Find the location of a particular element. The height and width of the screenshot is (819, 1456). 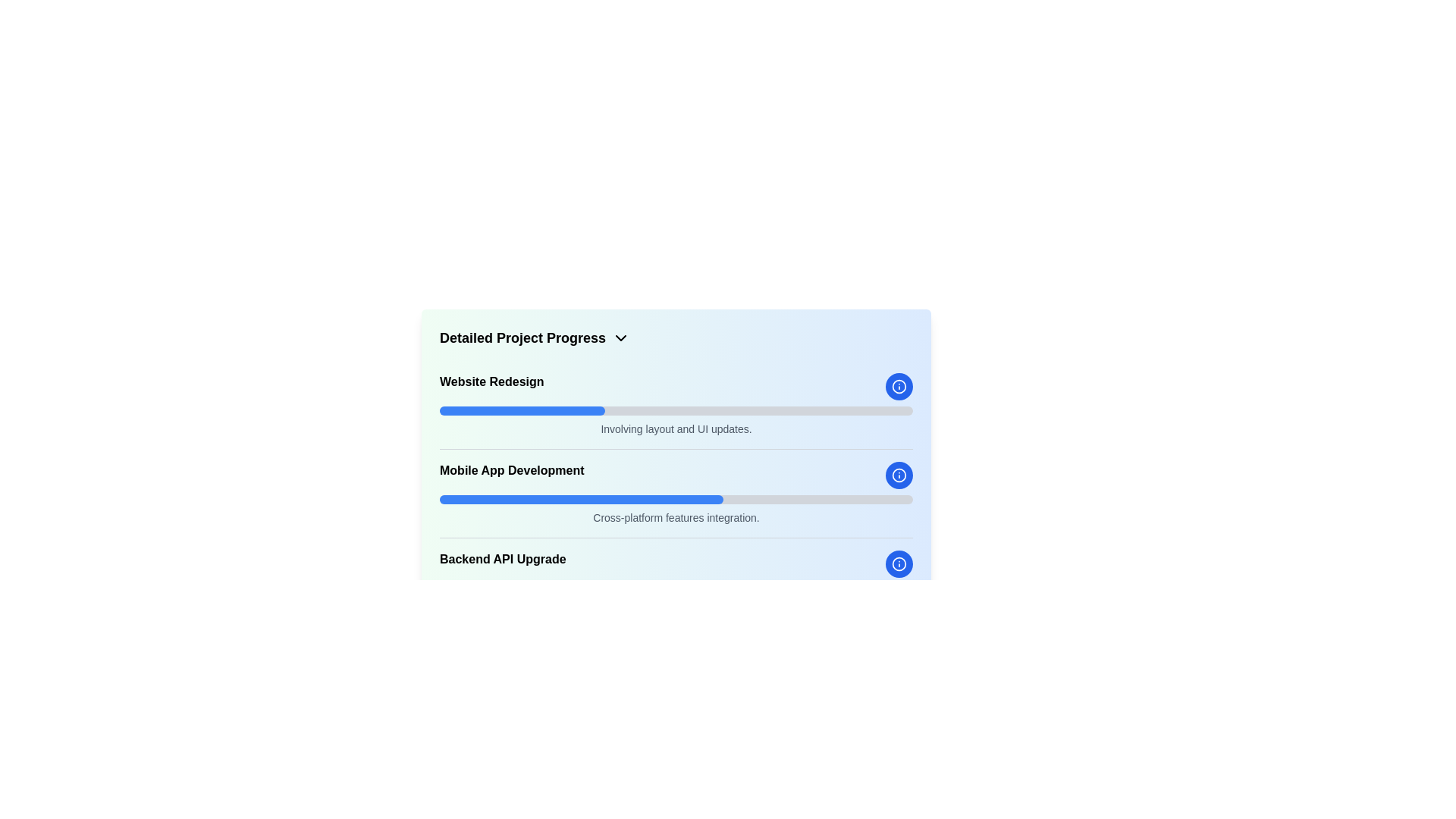

the horizontal progress bar located below the 'Website Redesign' text and above the 'Involving layout and UI updates.' description, which has a gray background and a blue fill is located at coordinates (676, 411).